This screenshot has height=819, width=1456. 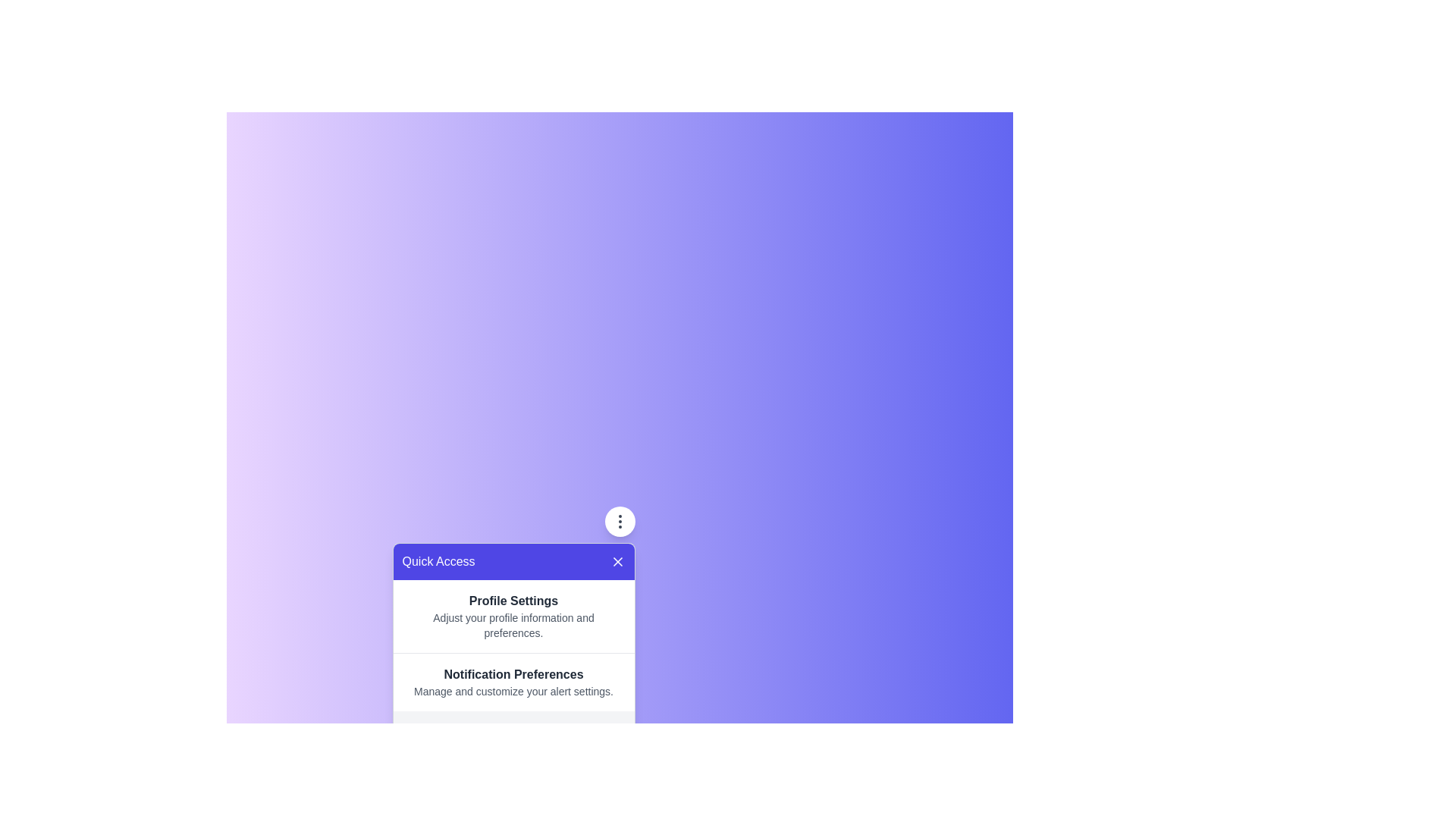 I want to click on the 'Profile Settings' header and description text block, which provides information about user profile customization options in the 'Quick Access' popup, so click(x=513, y=617).